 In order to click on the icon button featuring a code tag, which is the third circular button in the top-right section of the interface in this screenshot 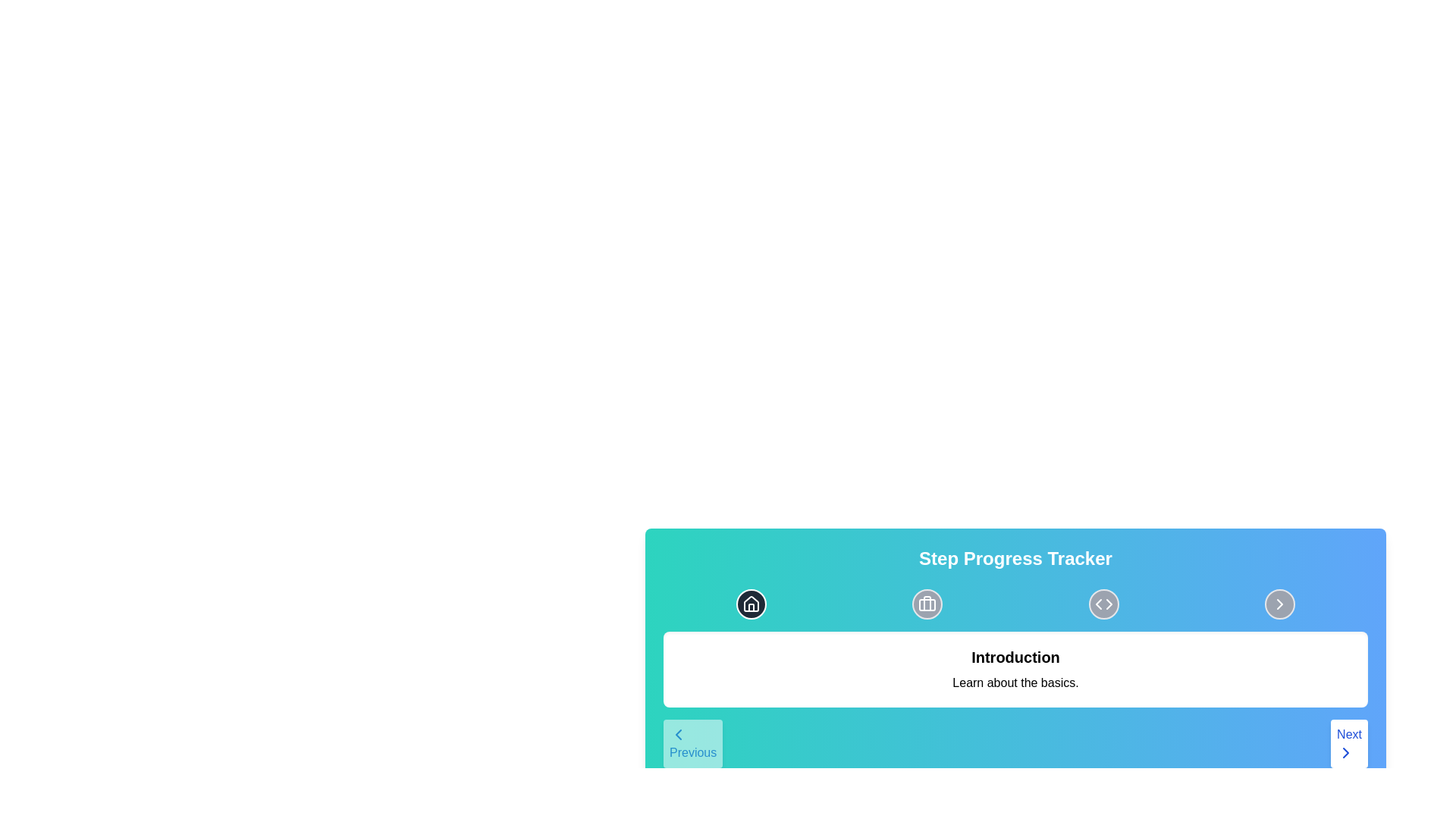, I will do `click(1103, 604)`.